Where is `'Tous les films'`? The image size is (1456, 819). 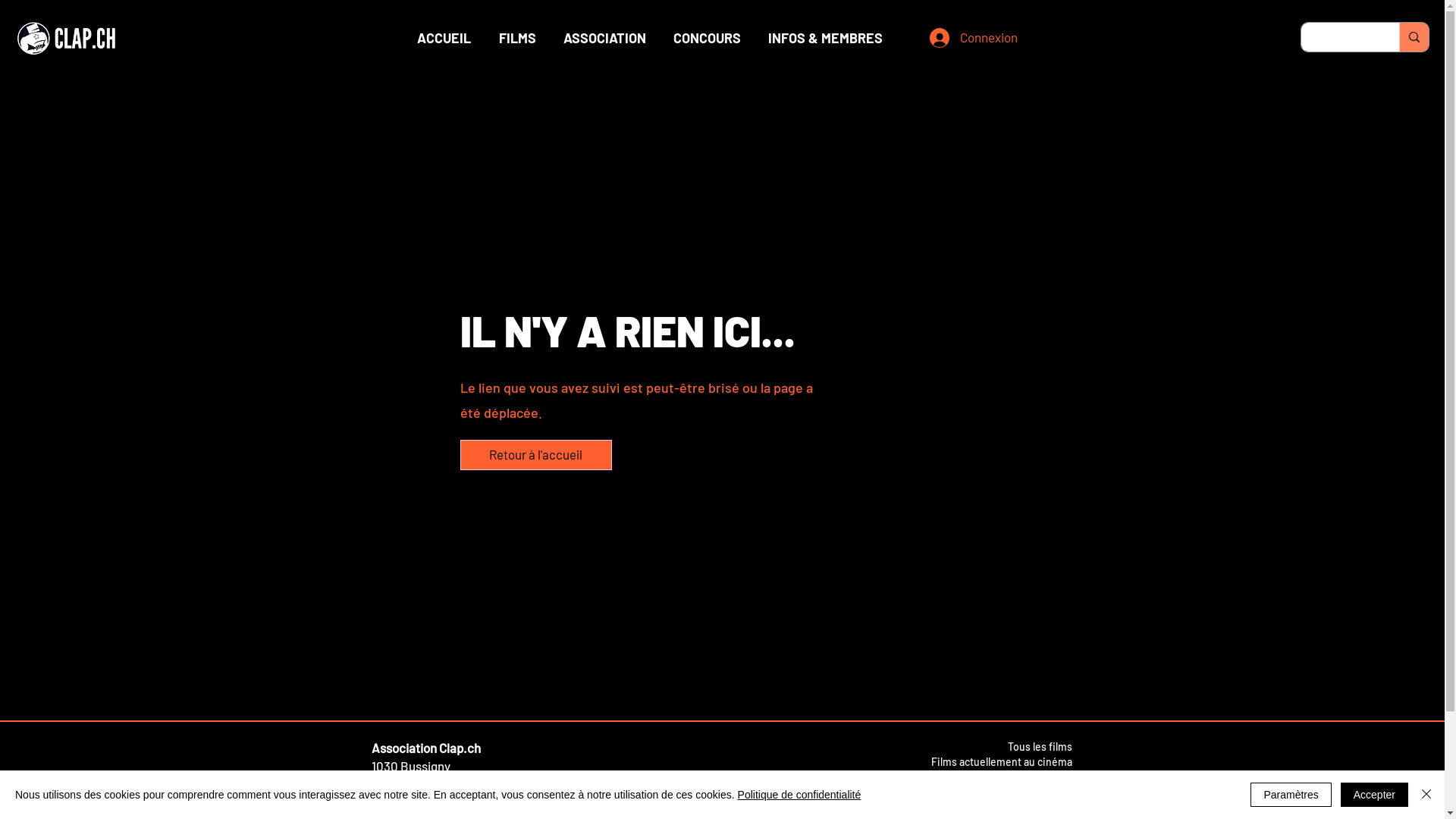 'Tous les films' is located at coordinates (1038, 745).